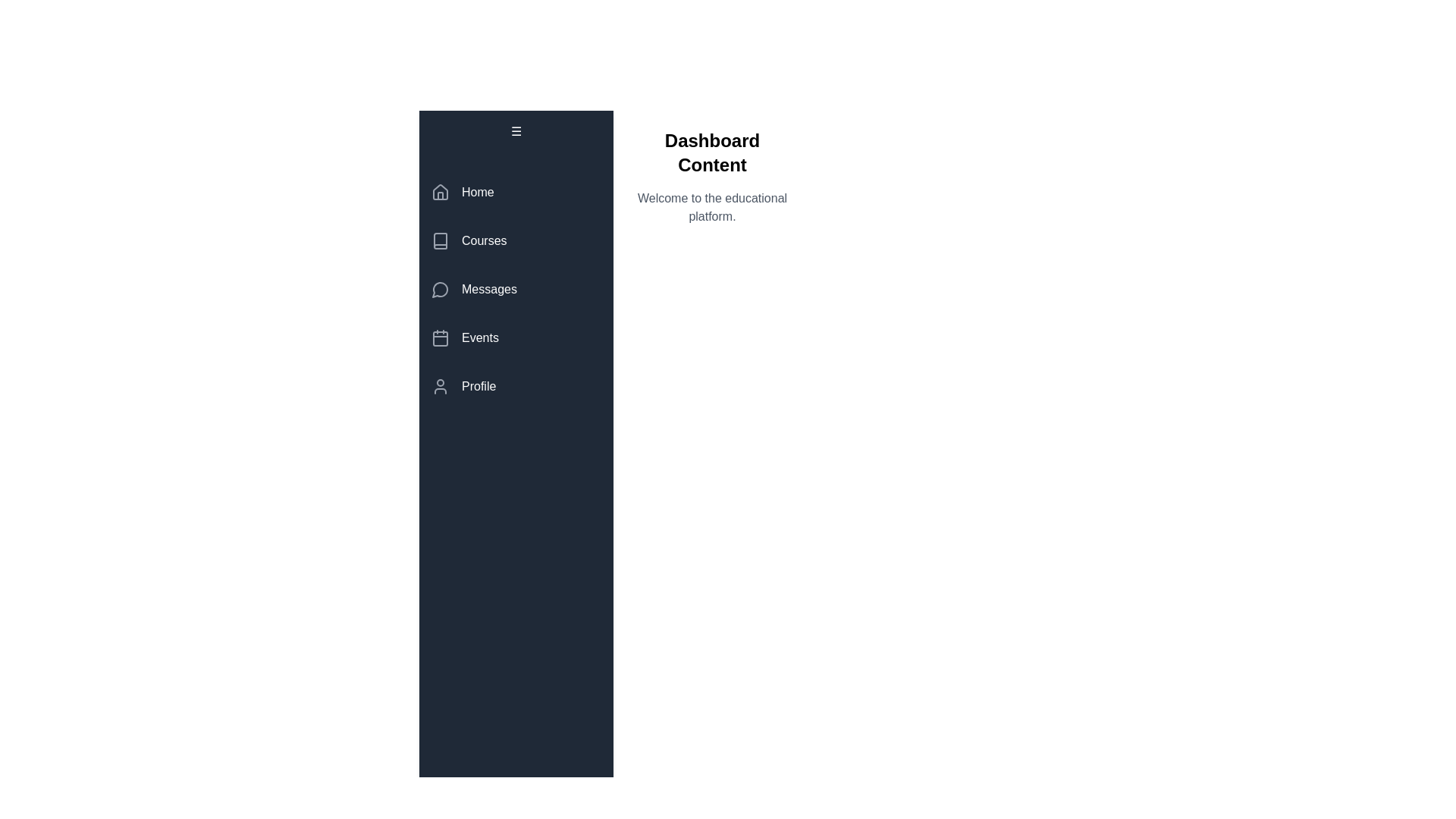 This screenshot has height=819, width=1456. What do you see at coordinates (516, 337) in the screenshot?
I see `the menu item labeled Events by clicking on it` at bounding box center [516, 337].